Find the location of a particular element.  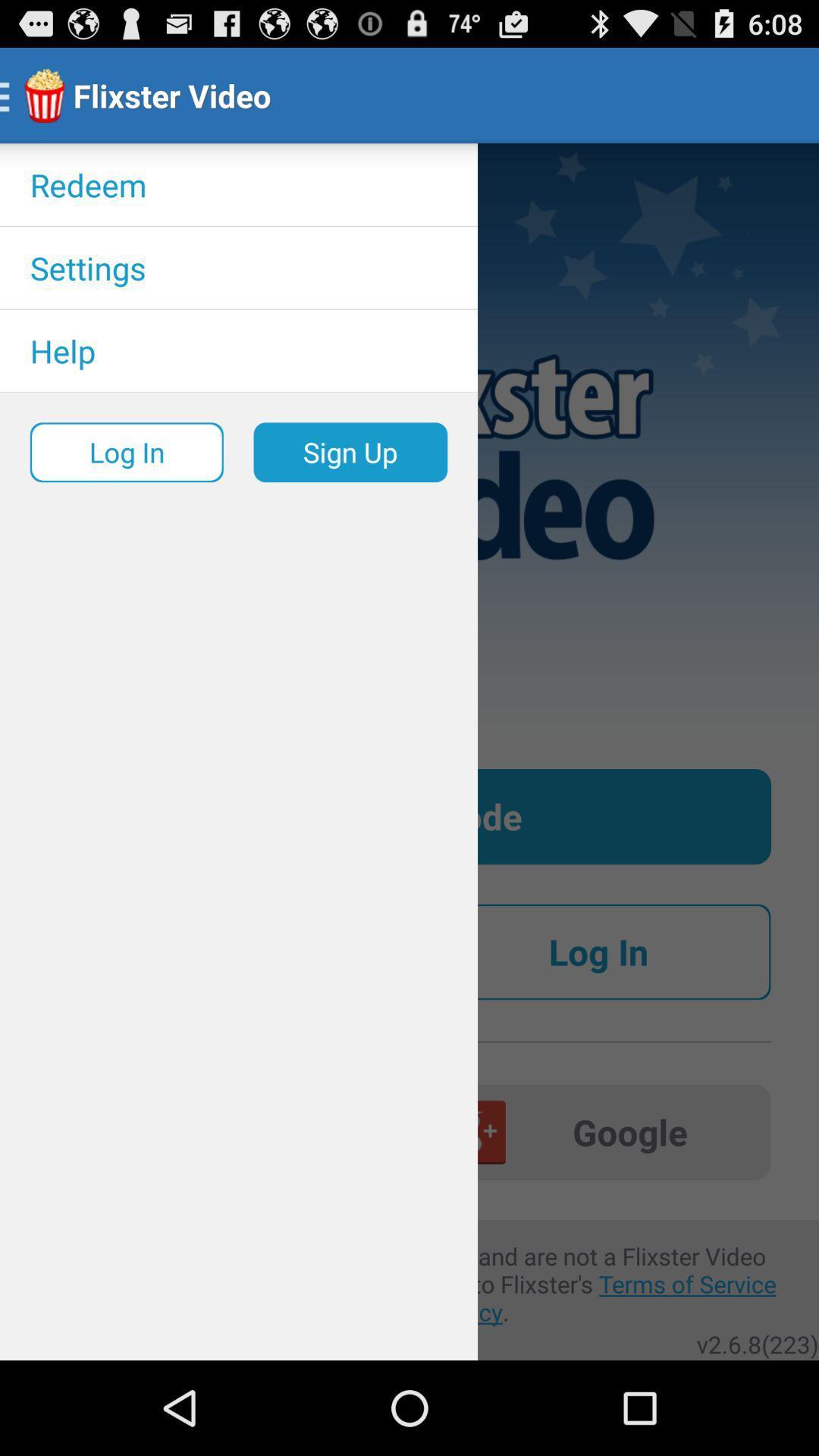

the log in button is located at coordinates (598, 952).